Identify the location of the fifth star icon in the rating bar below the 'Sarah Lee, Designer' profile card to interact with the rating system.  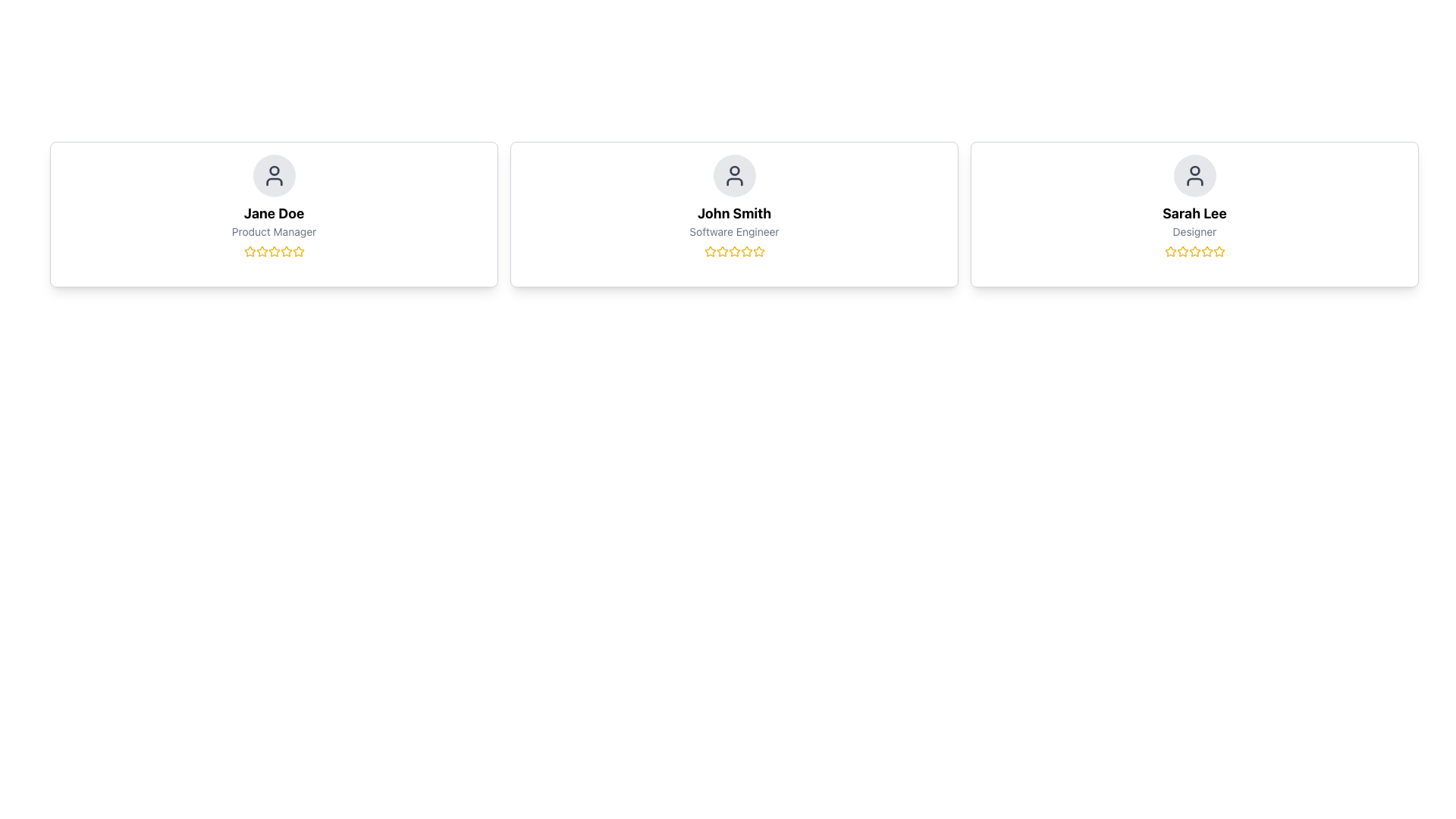
(1219, 250).